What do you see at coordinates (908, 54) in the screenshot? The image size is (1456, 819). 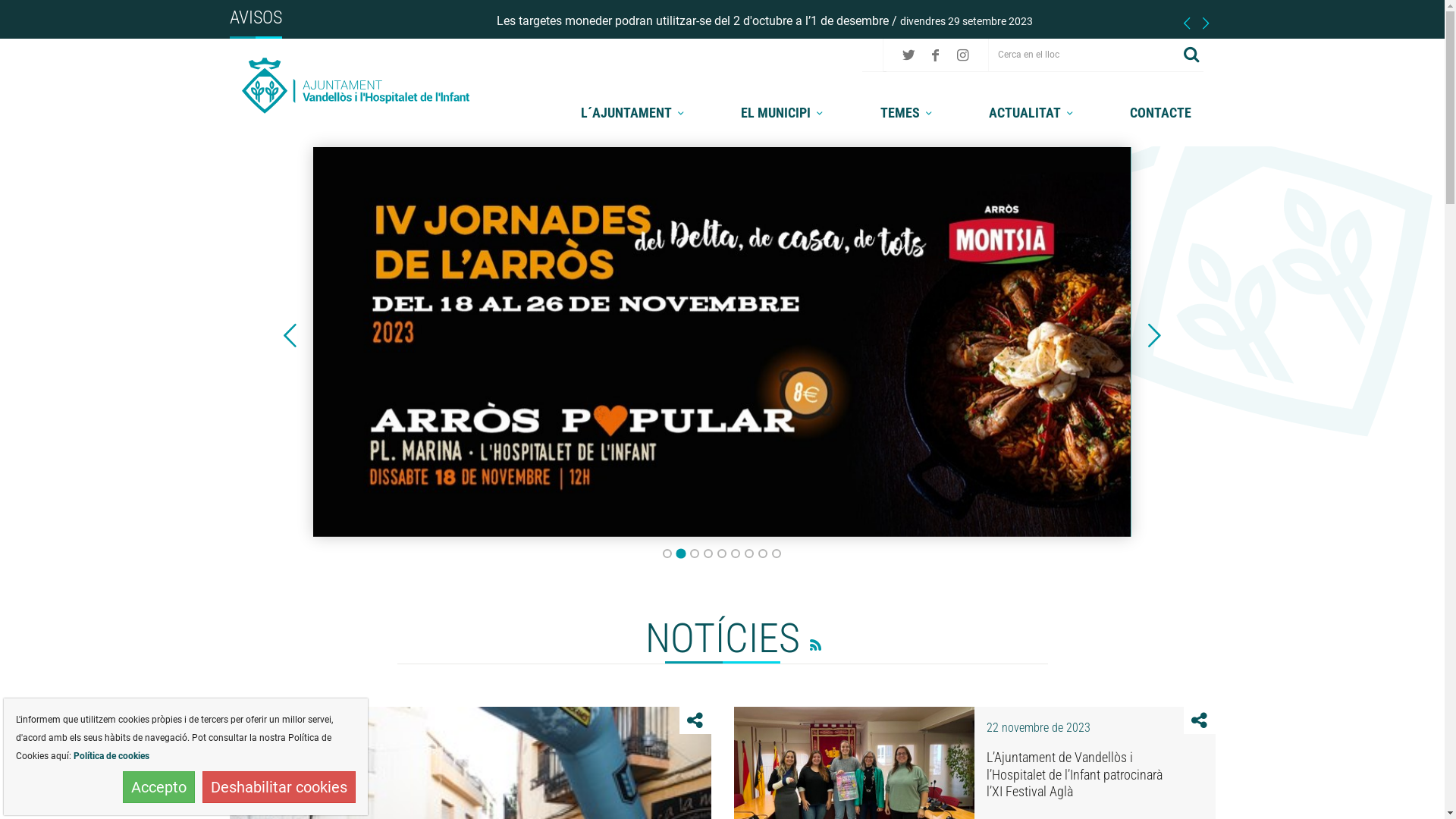 I see `'Twitter'` at bounding box center [908, 54].